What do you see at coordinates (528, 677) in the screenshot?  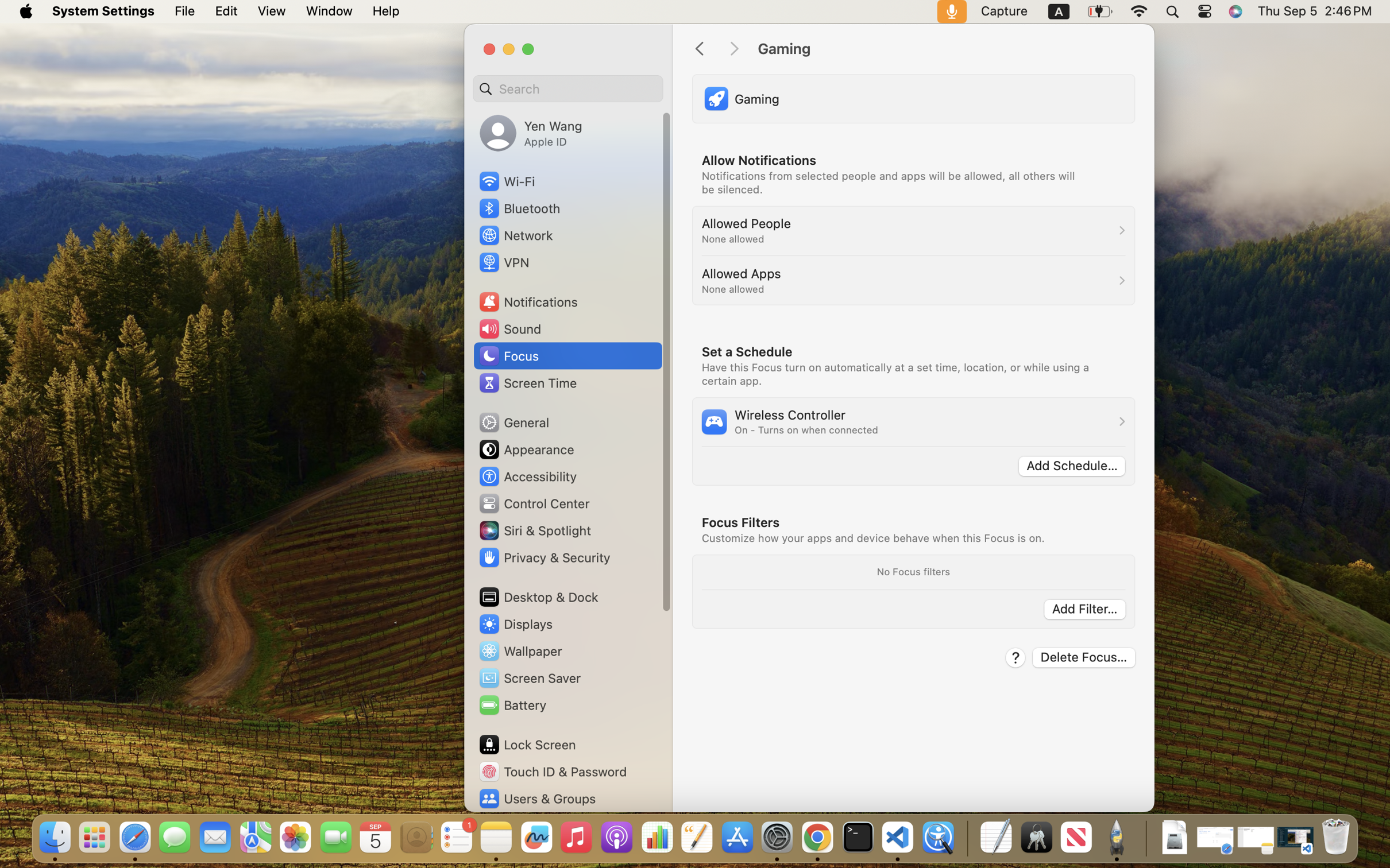 I see `'Screen Saver'` at bounding box center [528, 677].